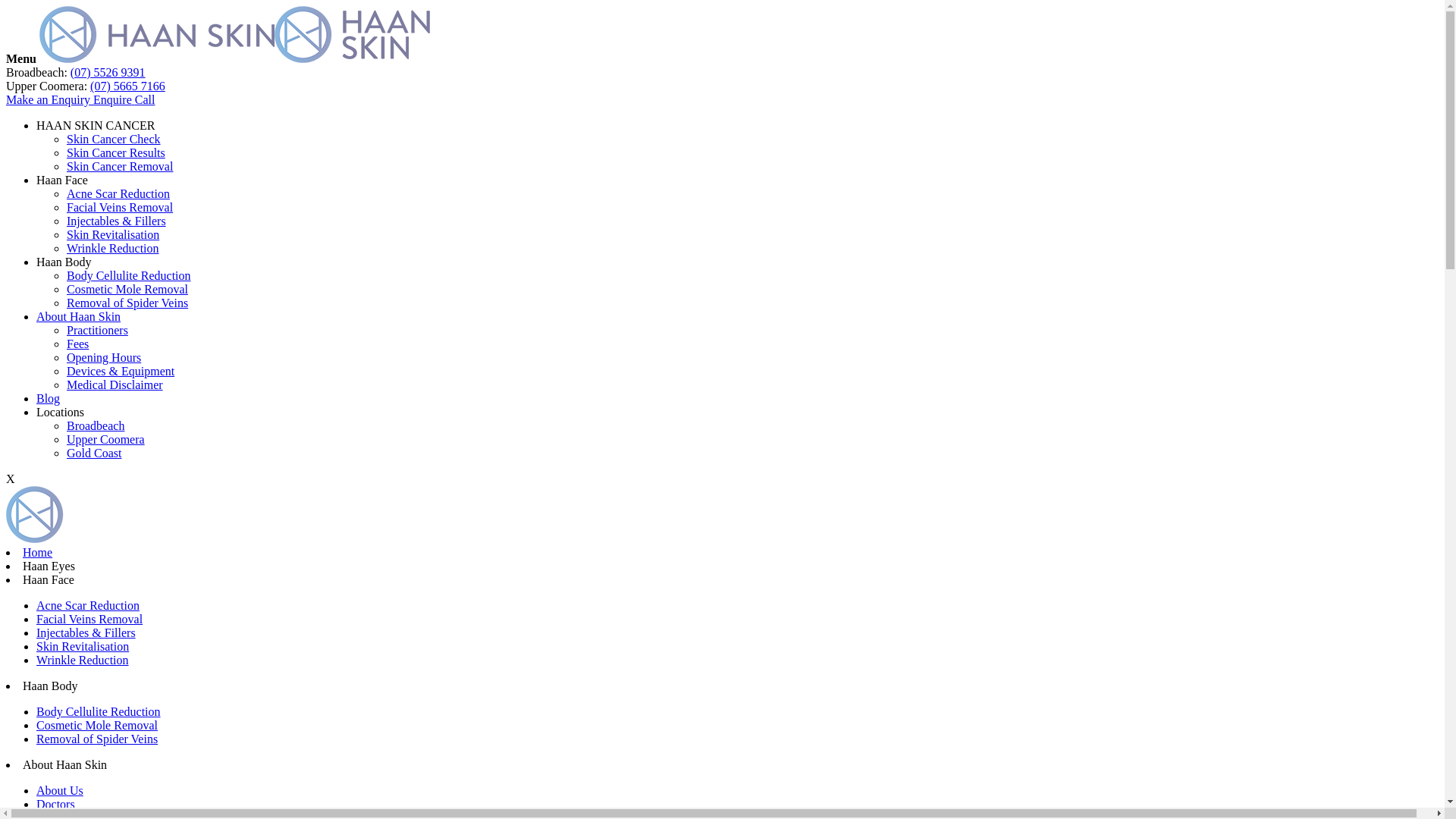  Describe the element at coordinates (36, 711) in the screenshot. I see `'Body Cellulite Reduction'` at that location.